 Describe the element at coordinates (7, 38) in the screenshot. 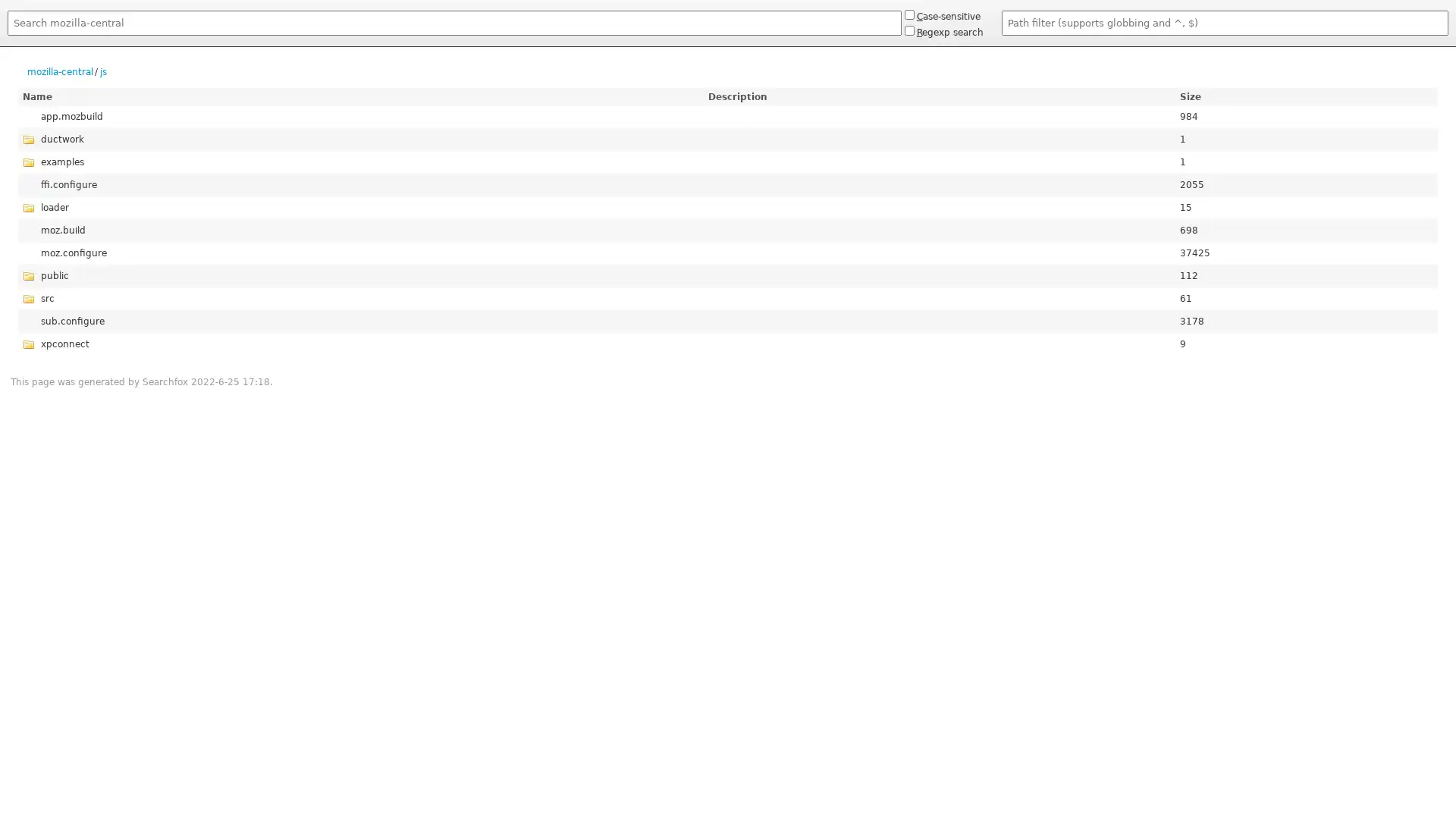

I see `Search` at that location.